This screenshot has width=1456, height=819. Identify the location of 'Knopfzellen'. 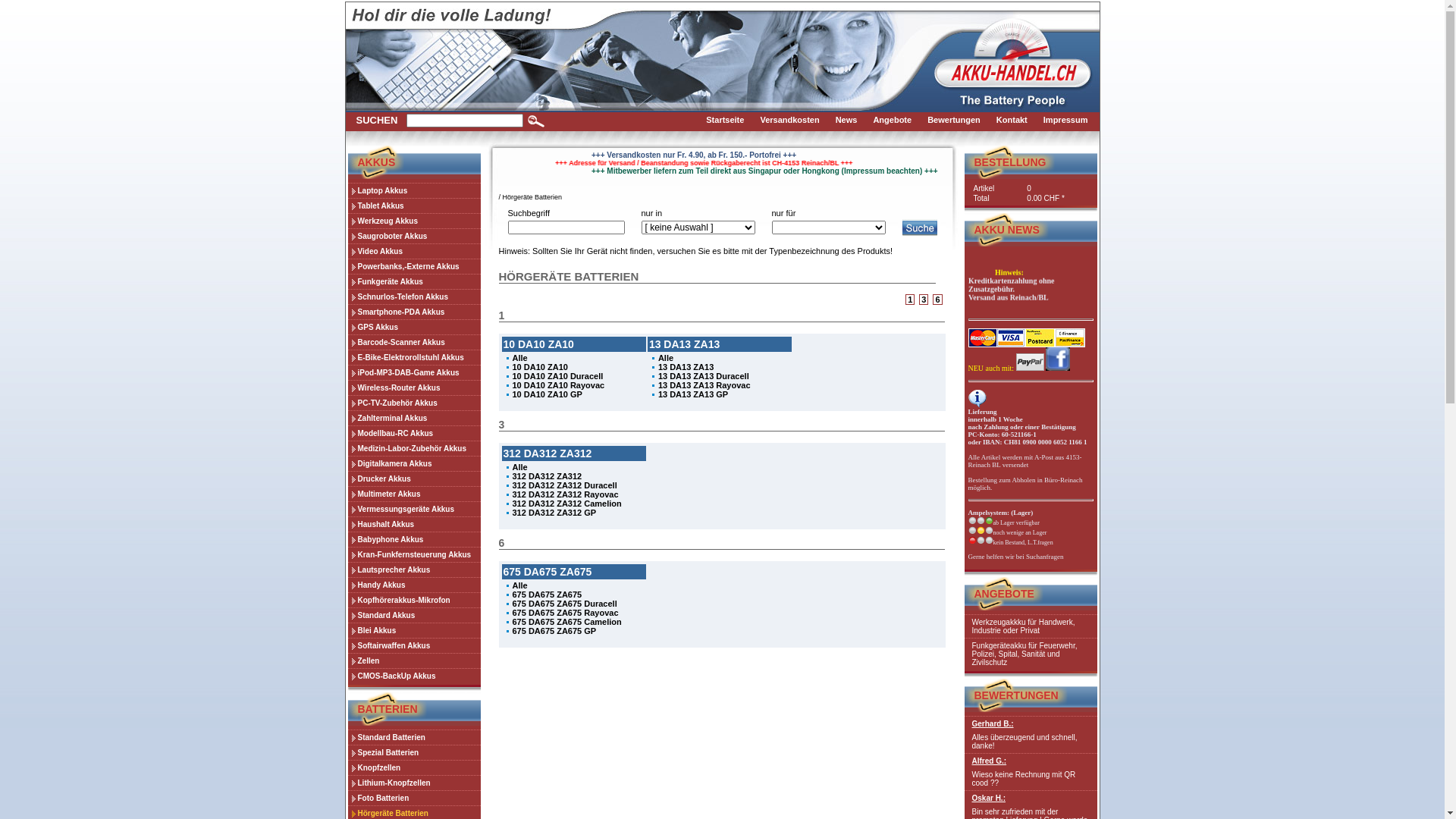
(413, 767).